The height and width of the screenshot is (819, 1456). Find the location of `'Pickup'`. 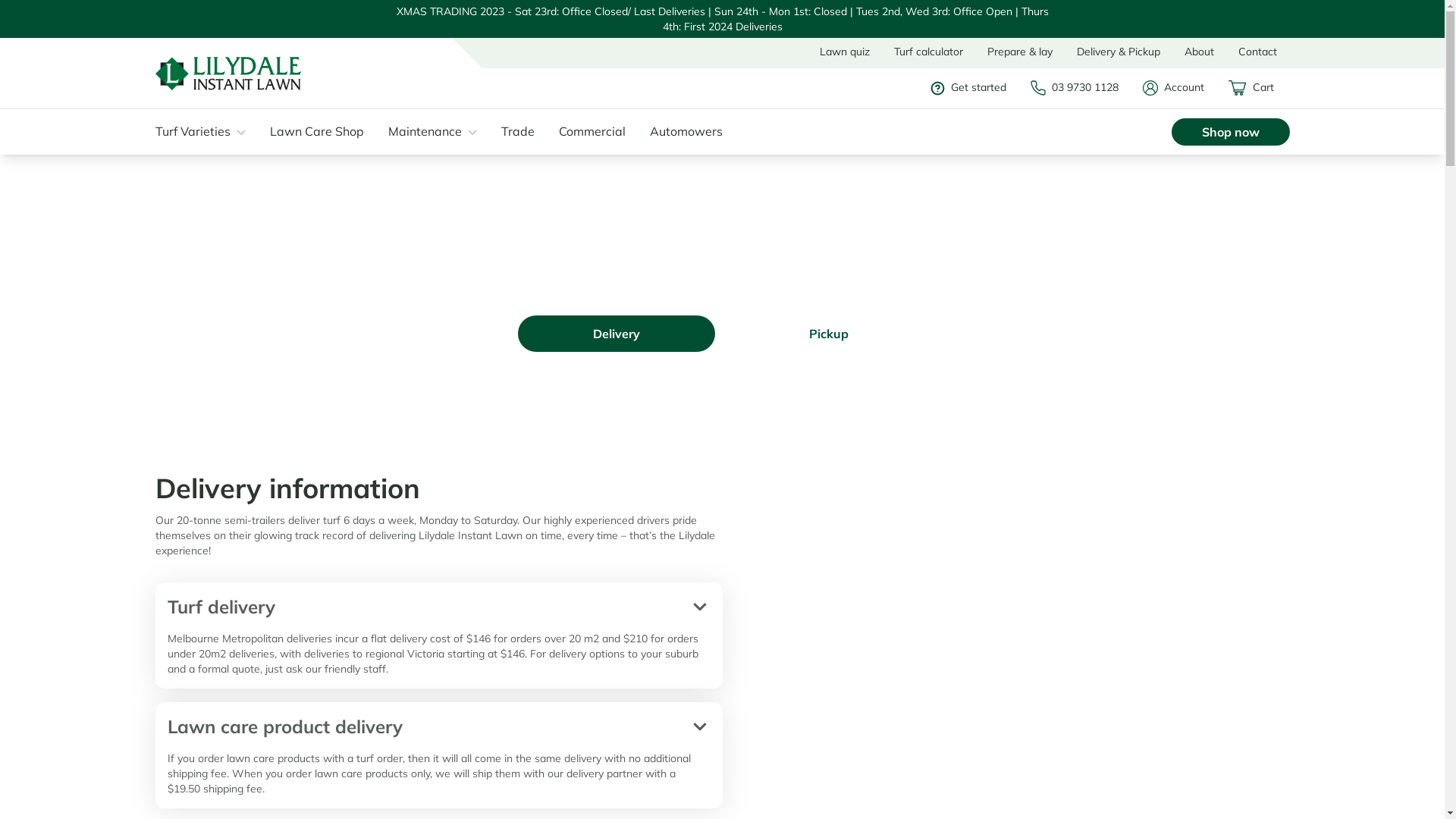

'Pickup' is located at coordinates (827, 332).